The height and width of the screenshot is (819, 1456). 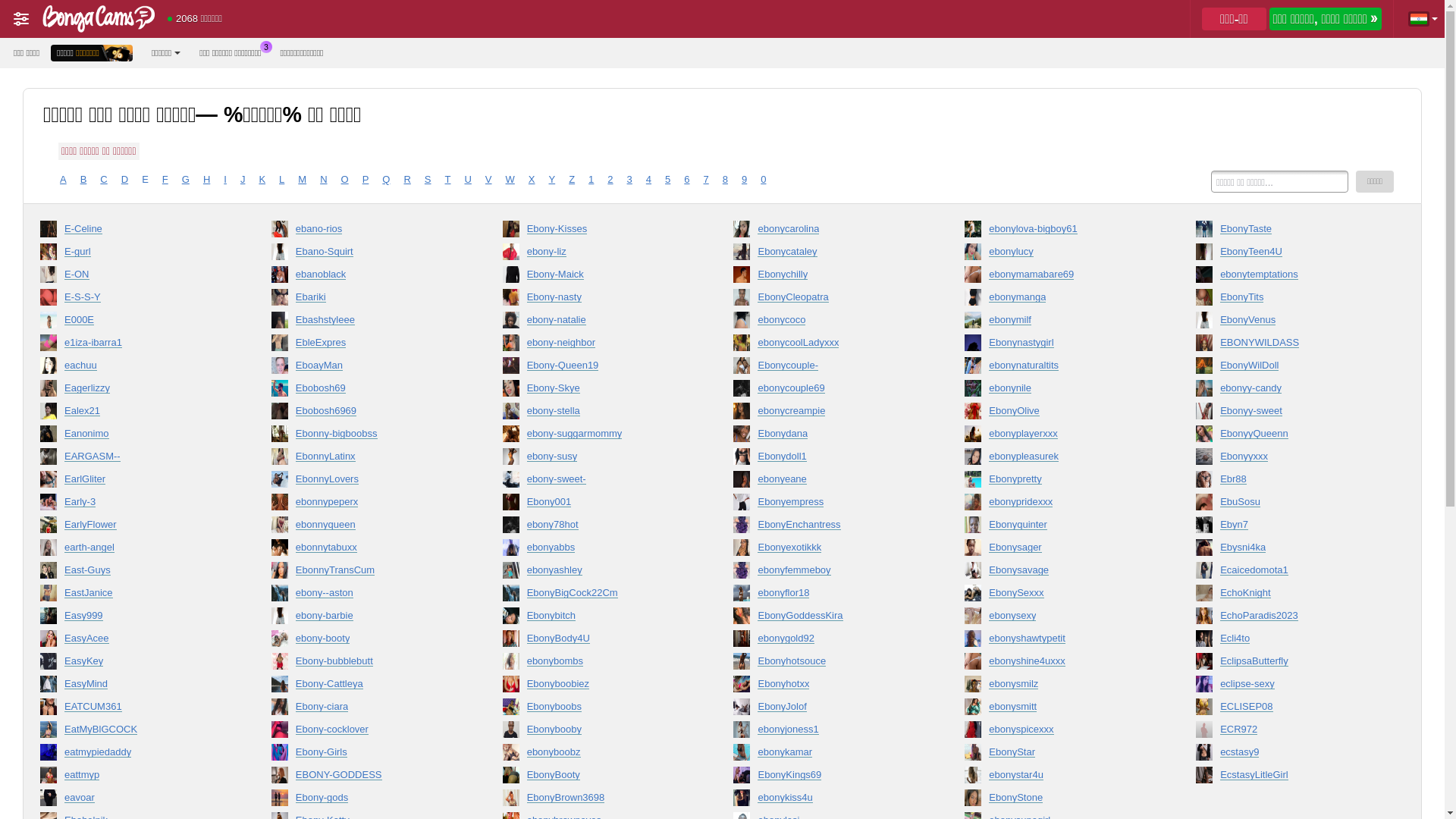 I want to click on 'earth-angel', so click(x=134, y=550).